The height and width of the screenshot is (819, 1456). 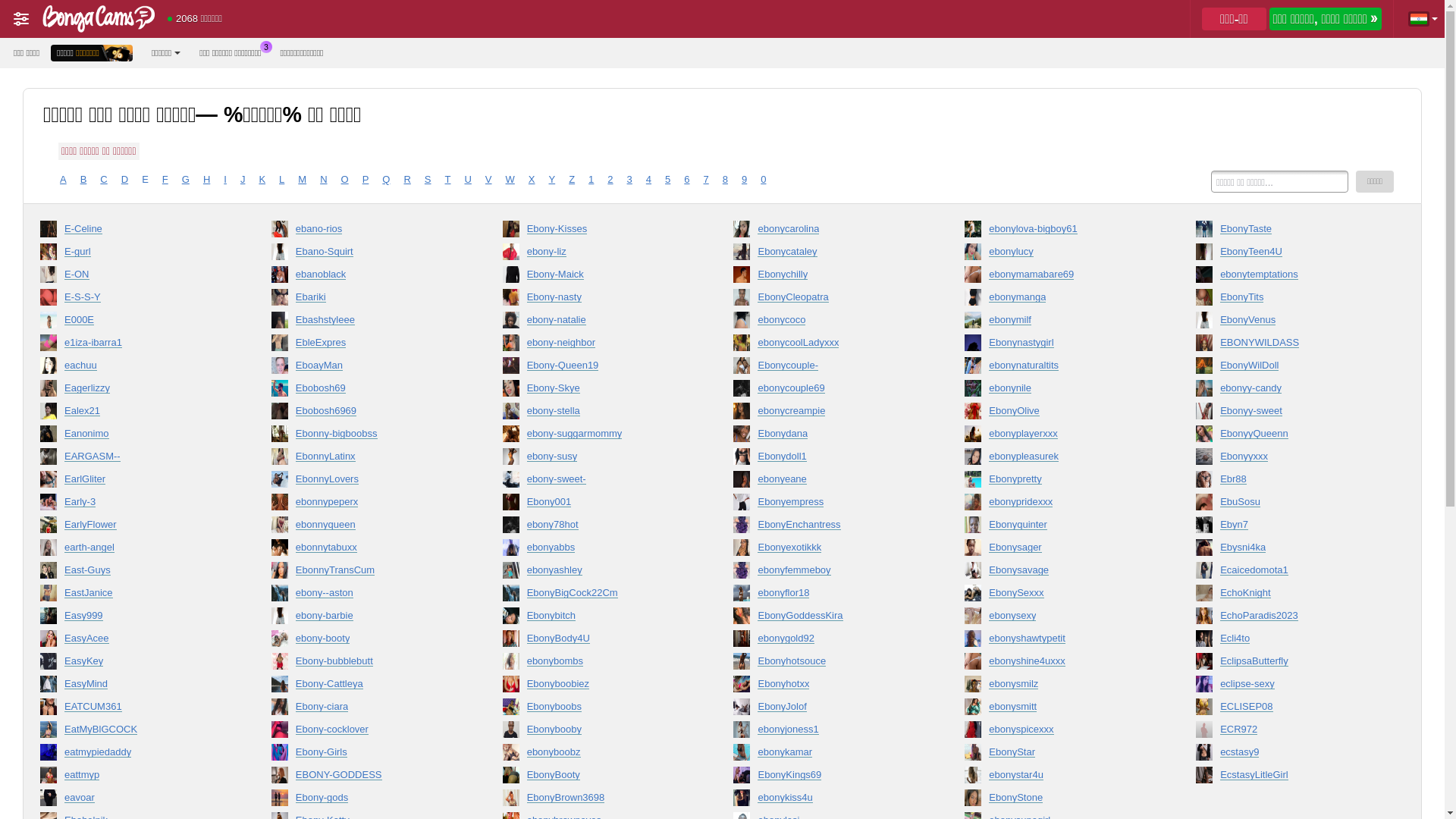 I want to click on 'earth-angel', so click(x=134, y=550).